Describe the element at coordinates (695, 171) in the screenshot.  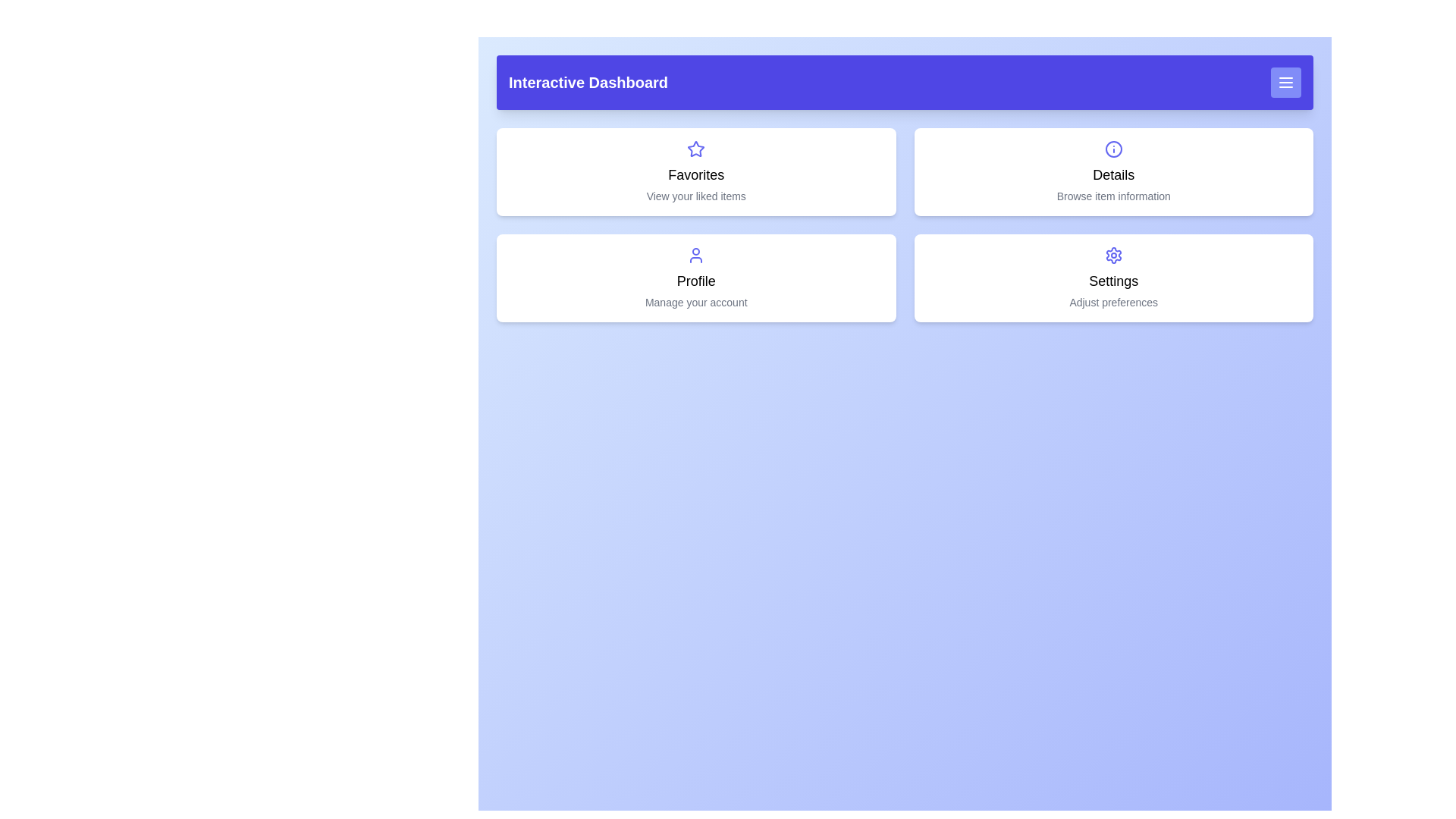
I see `the 'Favorites' card to view liked items` at that location.